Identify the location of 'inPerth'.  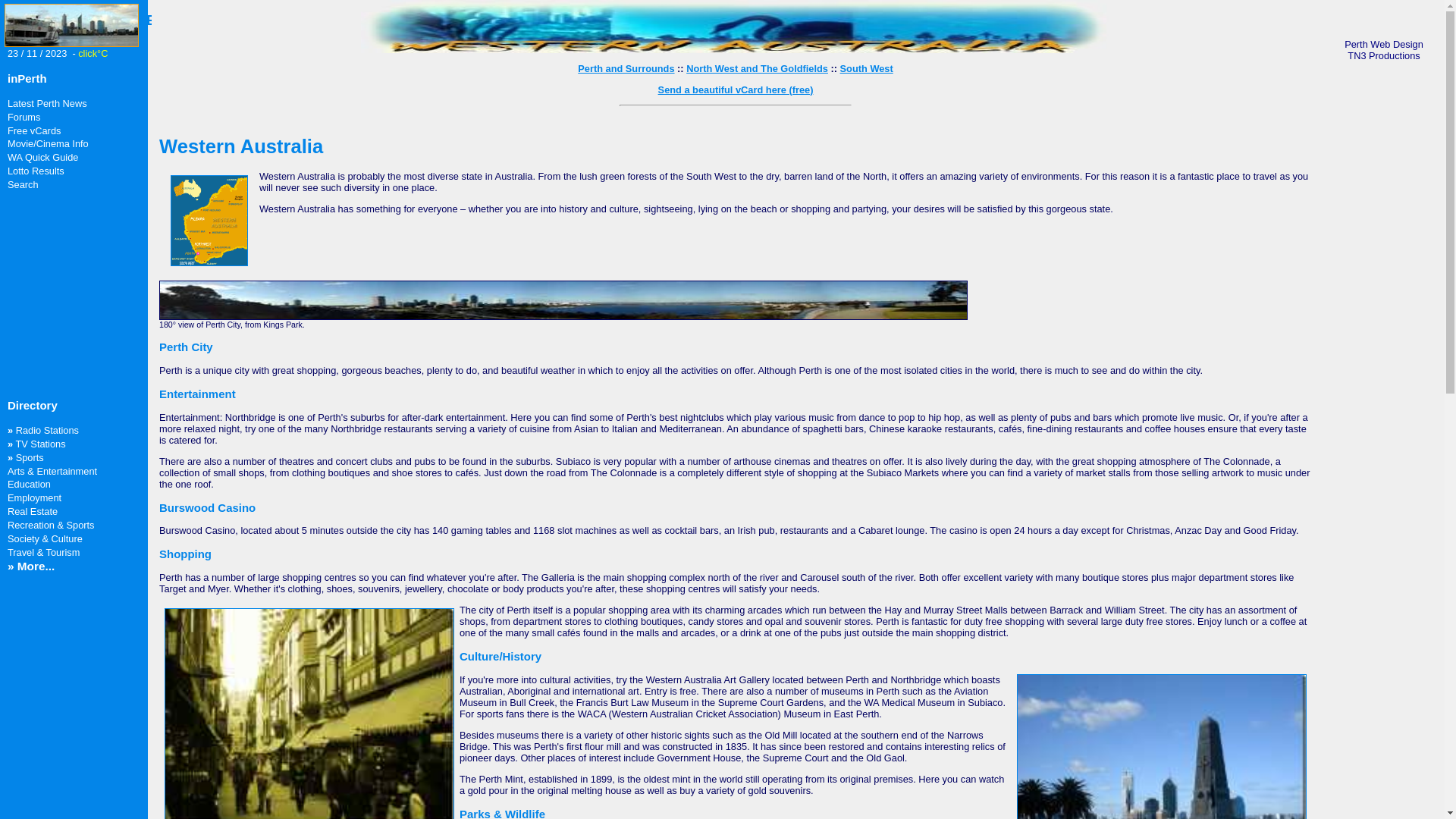
(27, 78).